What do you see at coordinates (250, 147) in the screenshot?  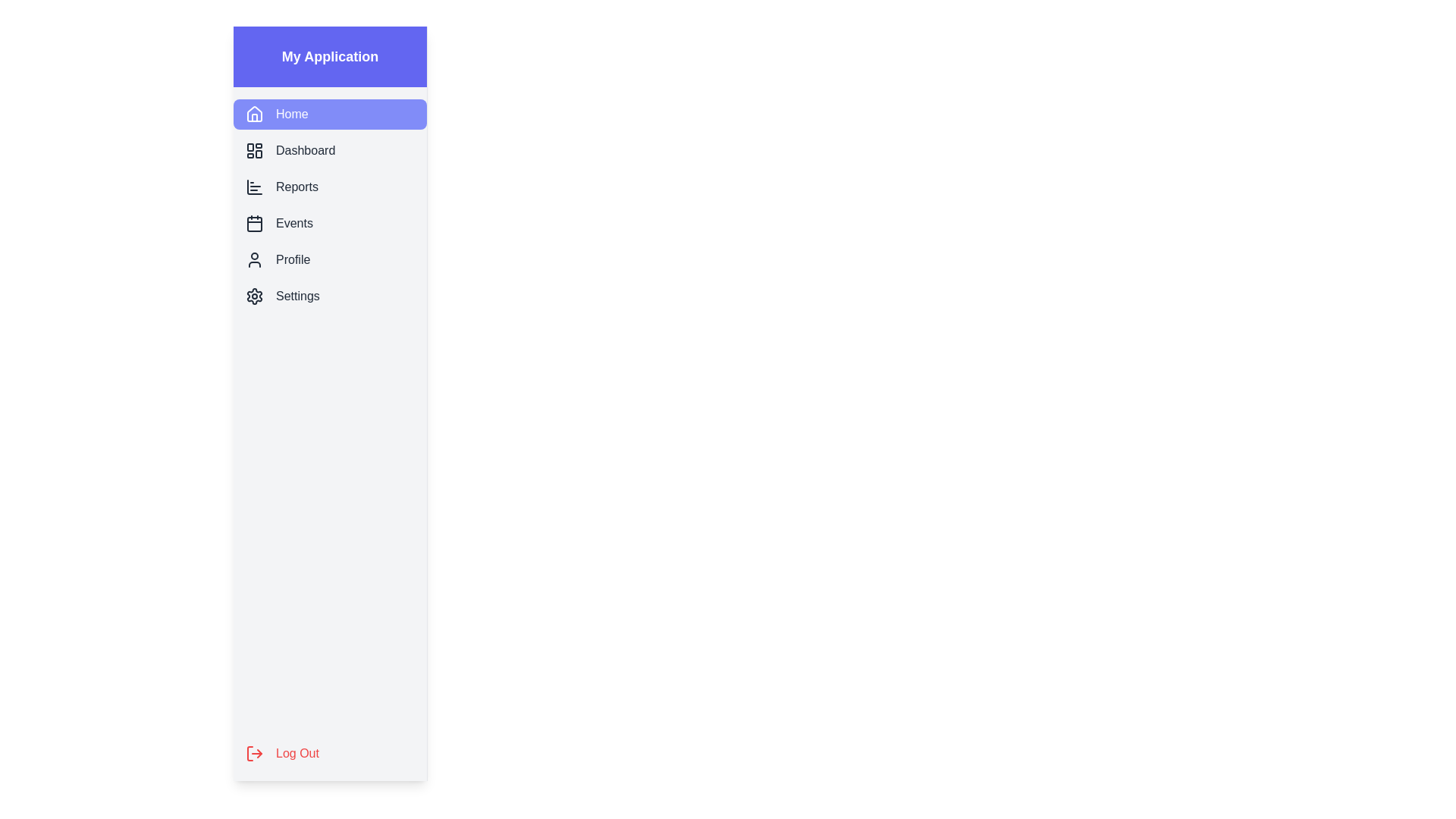 I see `the top-left rectangular component of the Dashboard icon in the sidebar to visually identify the Dashboard section` at bounding box center [250, 147].